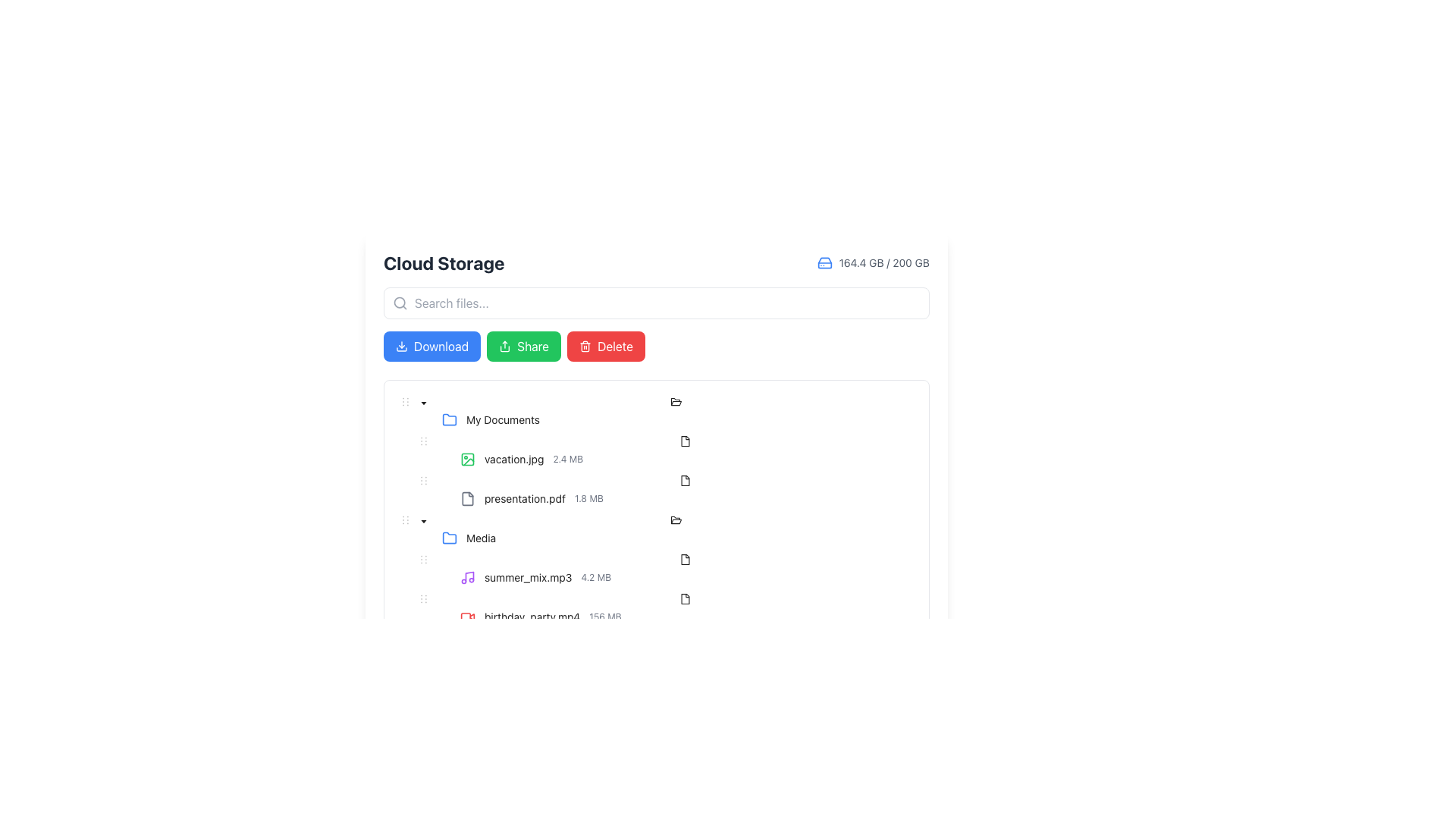  What do you see at coordinates (401, 346) in the screenshot?
I see `the download icon located to the left of the 'Download' button in the header section of the application` at bounding box center [401, 346].